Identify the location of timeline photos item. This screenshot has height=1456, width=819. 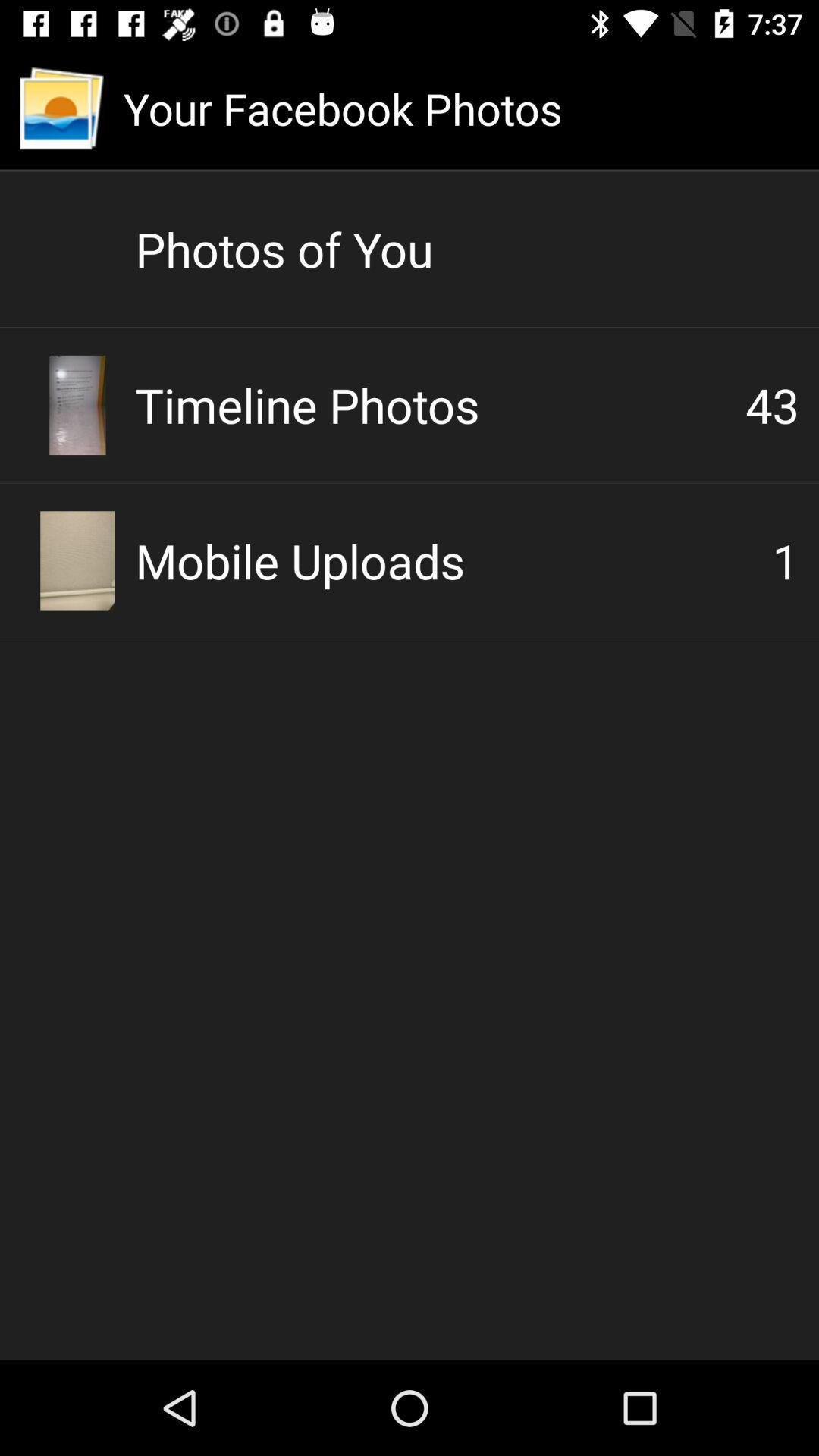
(440, 404).